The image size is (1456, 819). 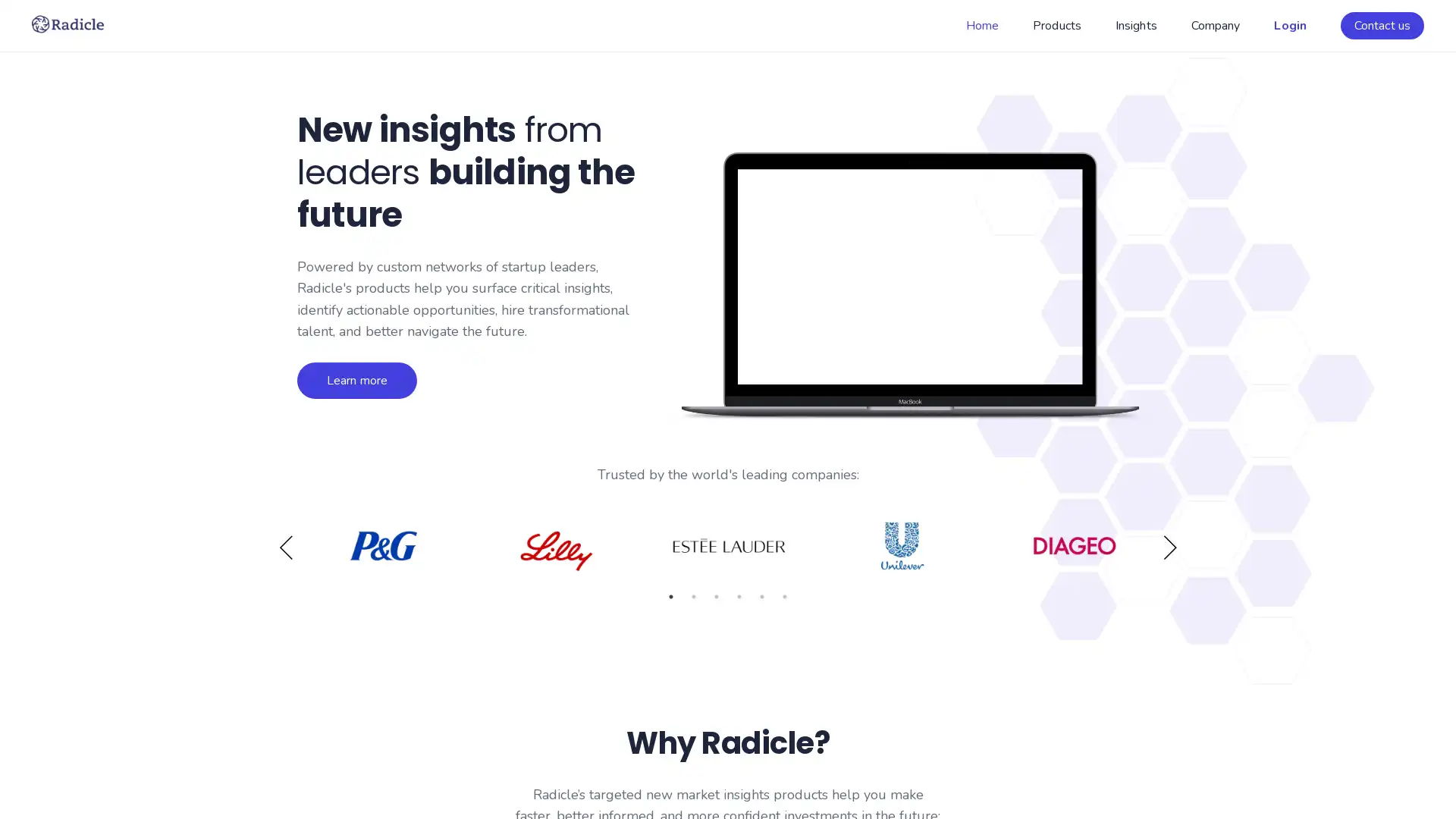 What do you see at coordinates (785, 595) in the screenshot?
I see `6` at bounding box center [785, 595].